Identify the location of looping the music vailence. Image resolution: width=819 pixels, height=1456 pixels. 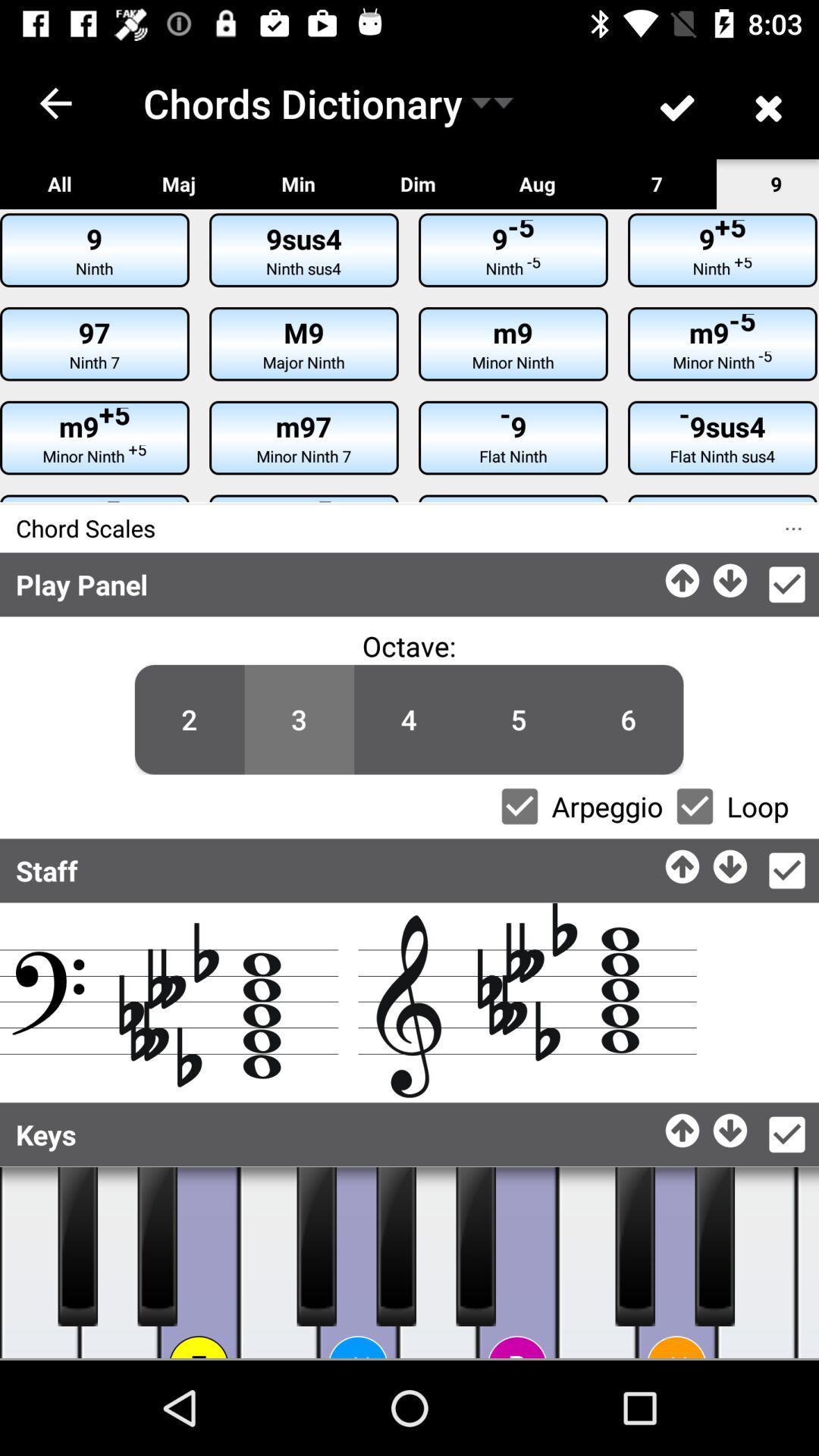
(695, 805).